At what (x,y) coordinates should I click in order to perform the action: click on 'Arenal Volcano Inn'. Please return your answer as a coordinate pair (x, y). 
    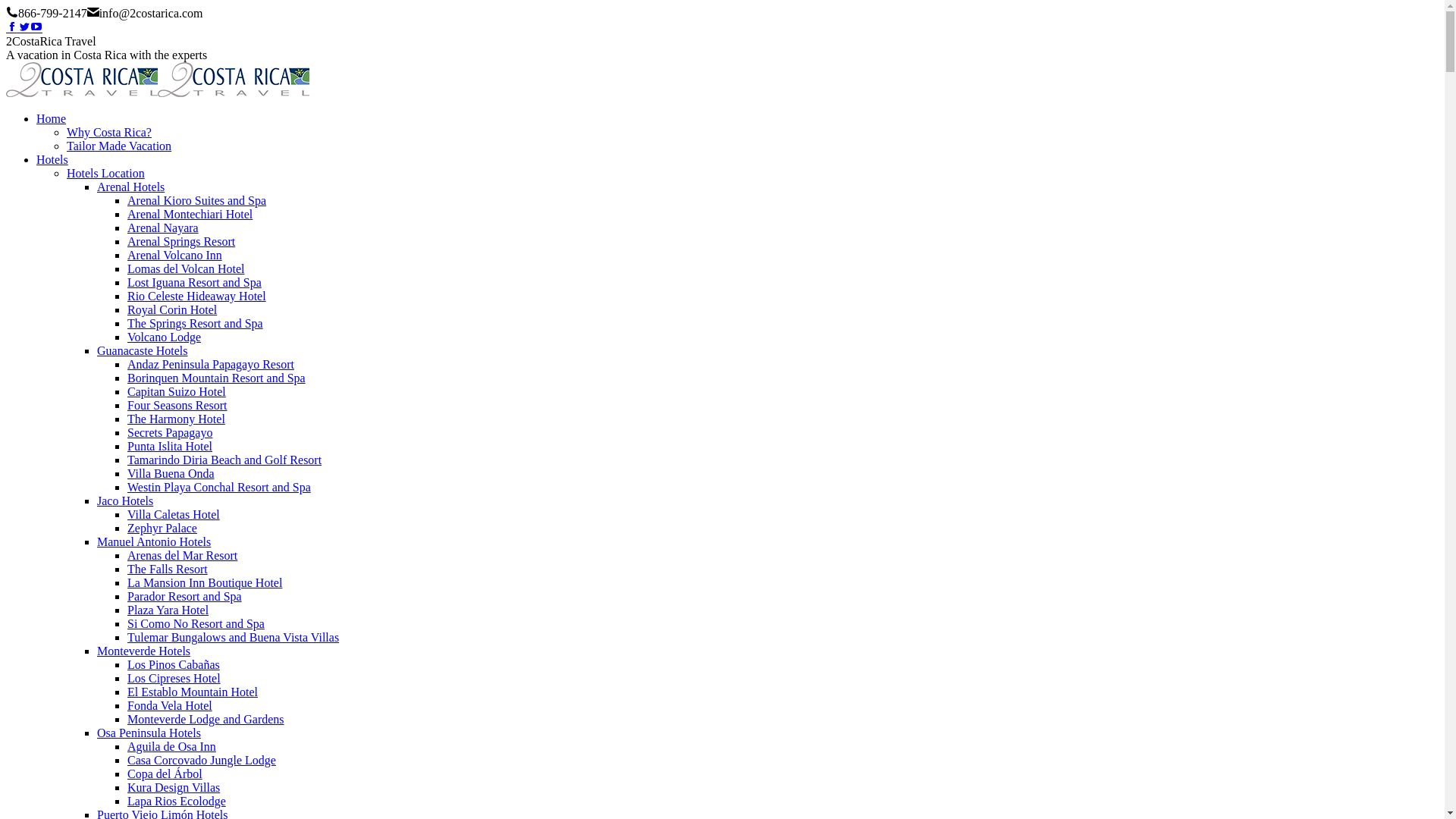
    Looking at the image, I should click on (174, 254).